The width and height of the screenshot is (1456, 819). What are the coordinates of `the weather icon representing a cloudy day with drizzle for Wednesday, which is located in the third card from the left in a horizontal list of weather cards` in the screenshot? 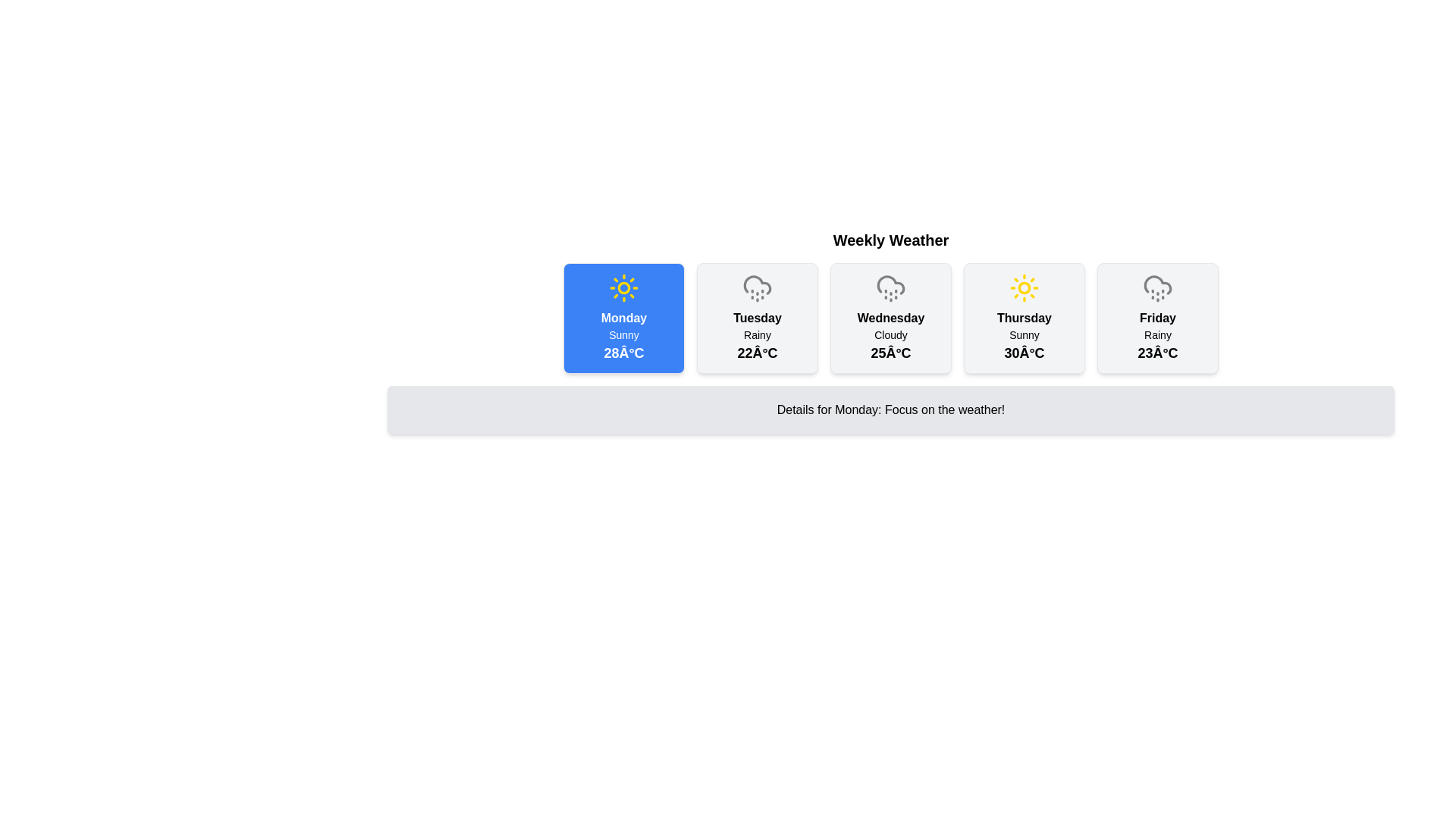 It's located at (891, 288).